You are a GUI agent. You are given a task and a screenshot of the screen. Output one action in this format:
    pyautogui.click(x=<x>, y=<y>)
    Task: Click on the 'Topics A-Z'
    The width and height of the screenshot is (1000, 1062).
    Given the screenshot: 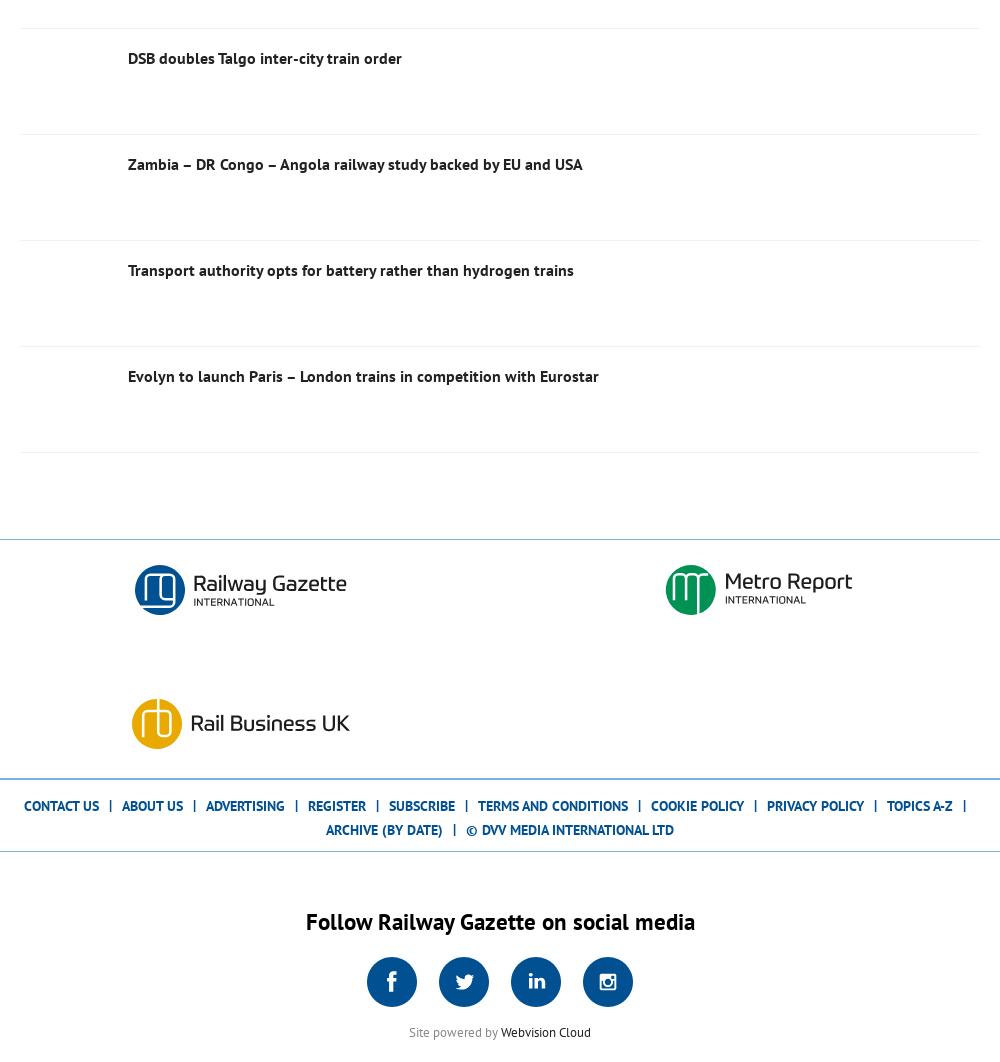 What is the action you would take?
    pyautogui.click(x=920, y=803)
    